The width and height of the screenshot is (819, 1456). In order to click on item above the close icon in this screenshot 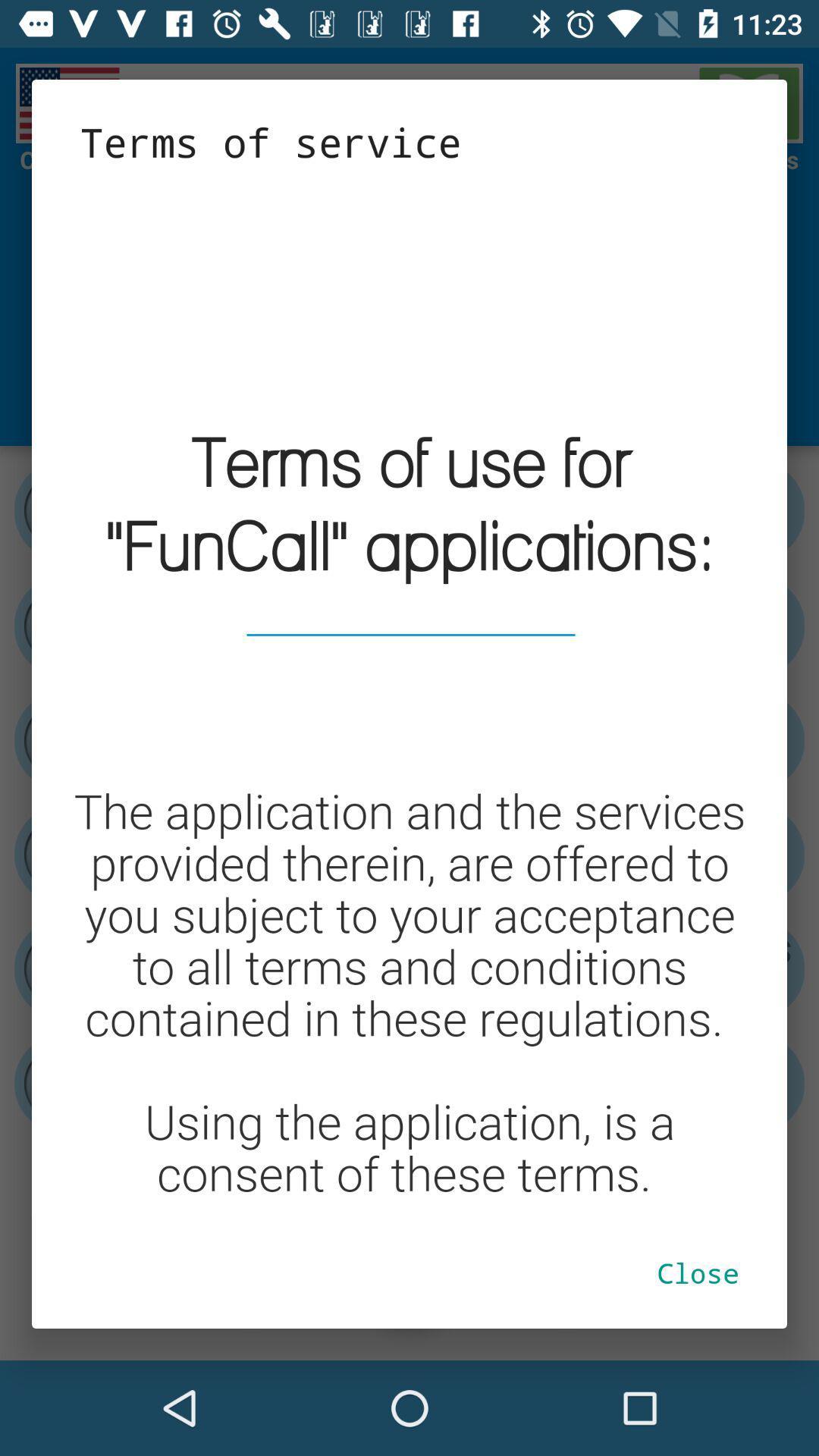, I will do `click(409, 692)`.